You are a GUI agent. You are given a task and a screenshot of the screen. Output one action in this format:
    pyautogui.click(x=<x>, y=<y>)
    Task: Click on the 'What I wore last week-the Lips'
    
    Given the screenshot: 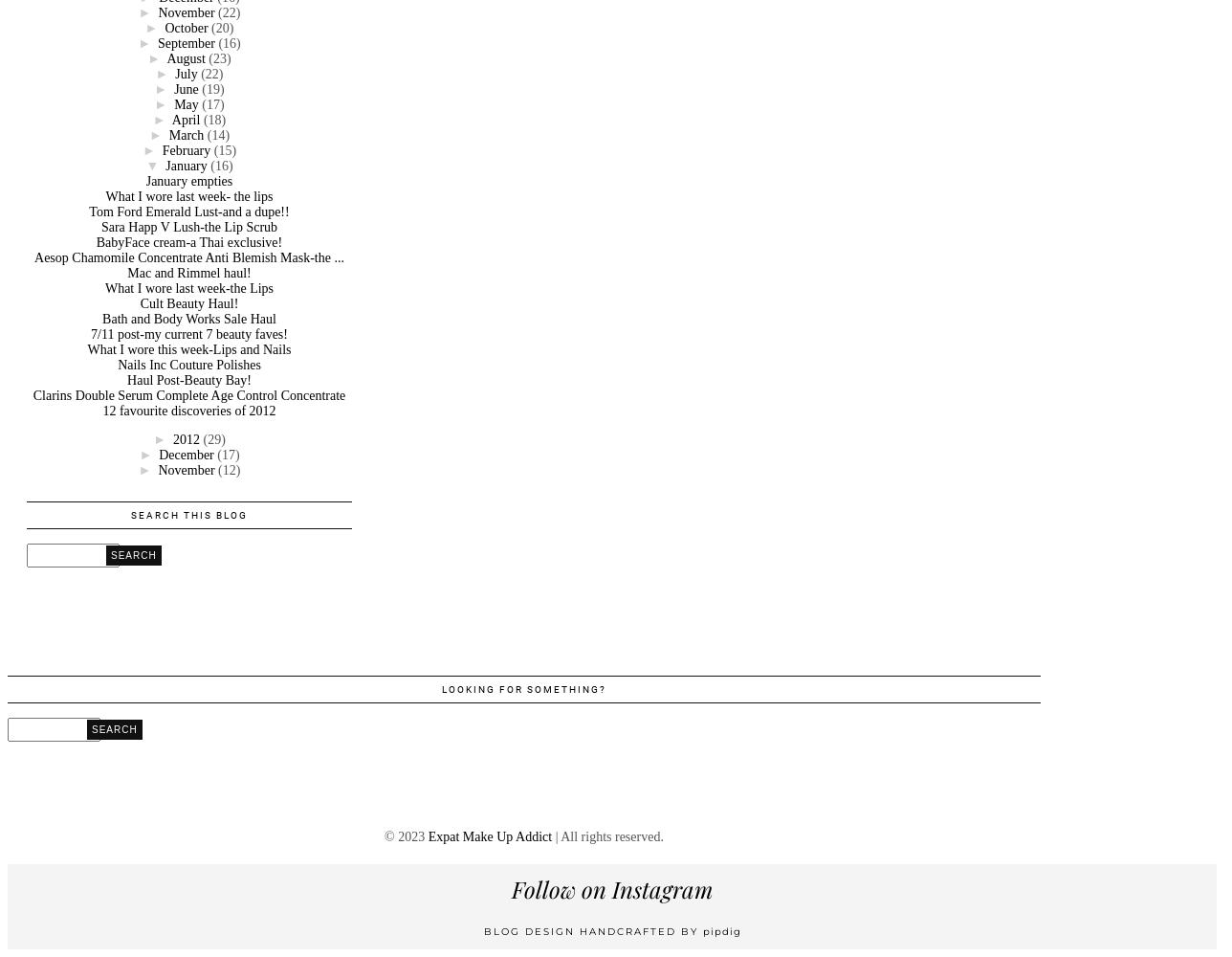 What is the action you would take?
    pyautogui.click(x=103, y=287)
    